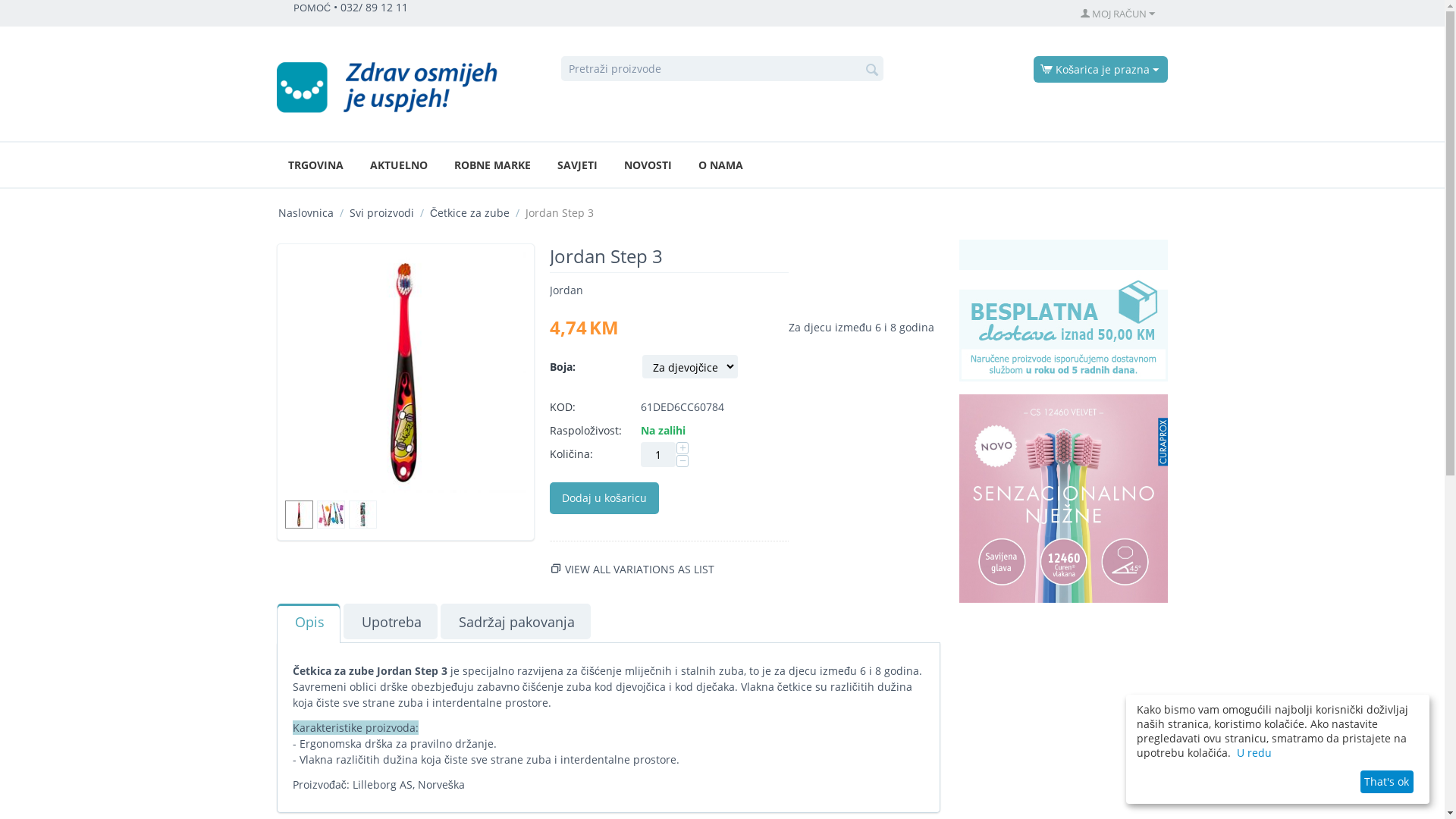 This screenshot has width=1456, height=819. What do you see at coordinates (639, 569) in the screenshot?
I see `'VIEW ALL VARIATIONS AS LIST'` at bounding box center [639, 569].